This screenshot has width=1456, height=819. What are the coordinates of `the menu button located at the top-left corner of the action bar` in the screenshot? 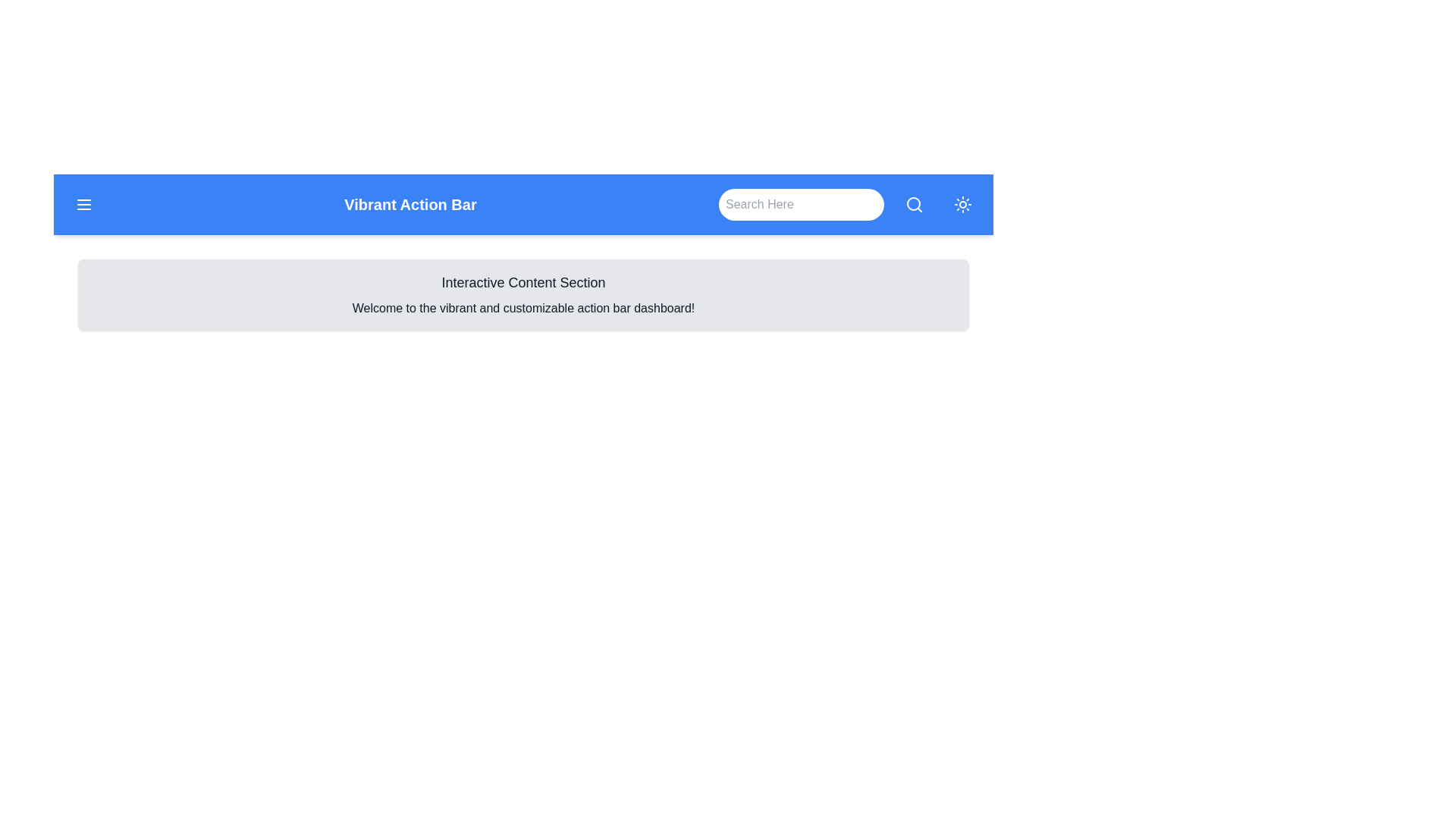 It's located at (83, 205).